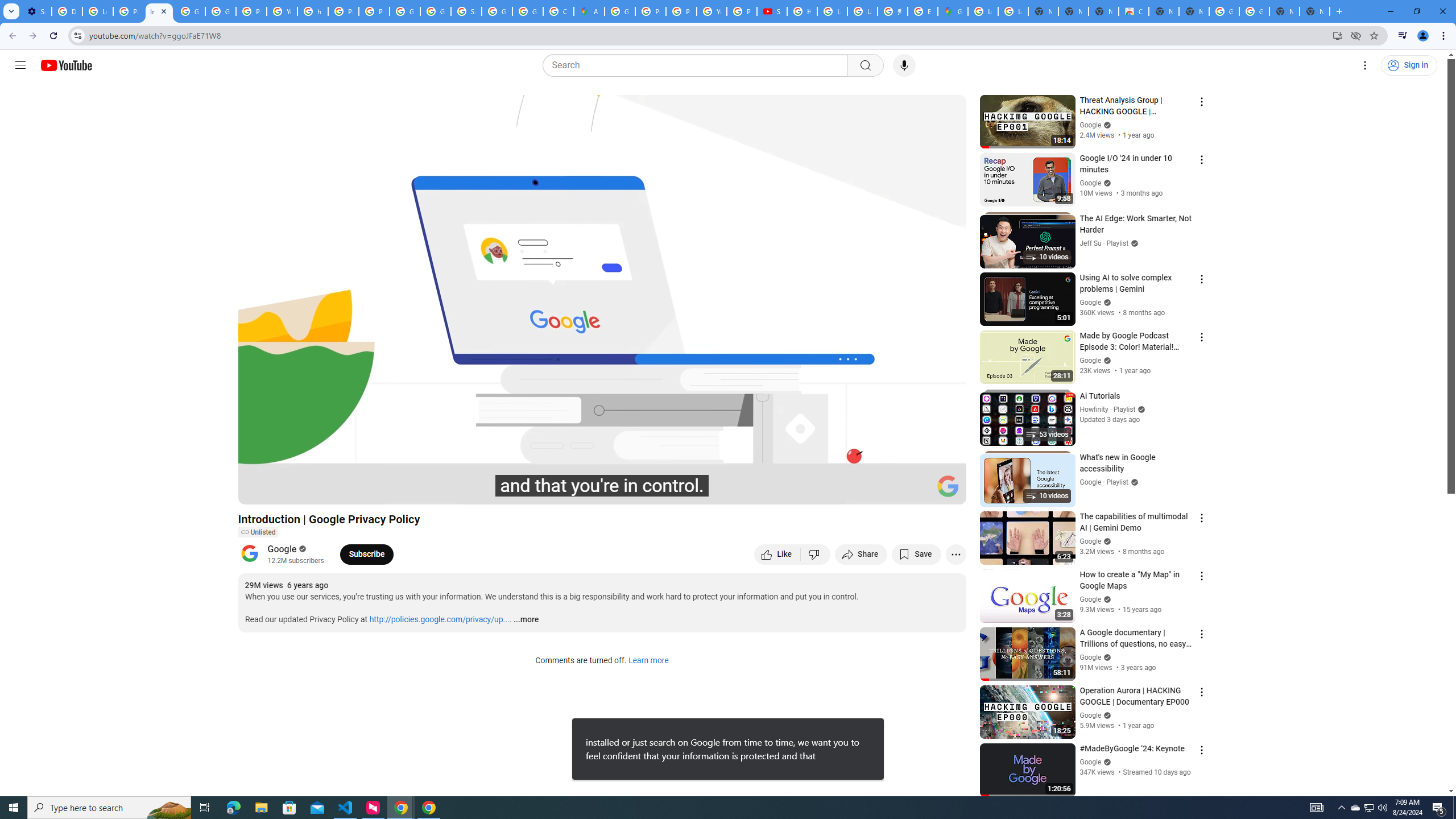  Describe the element at coordinates (816, 553) in the screenshot. I see `'Dislike this video'` at that location.